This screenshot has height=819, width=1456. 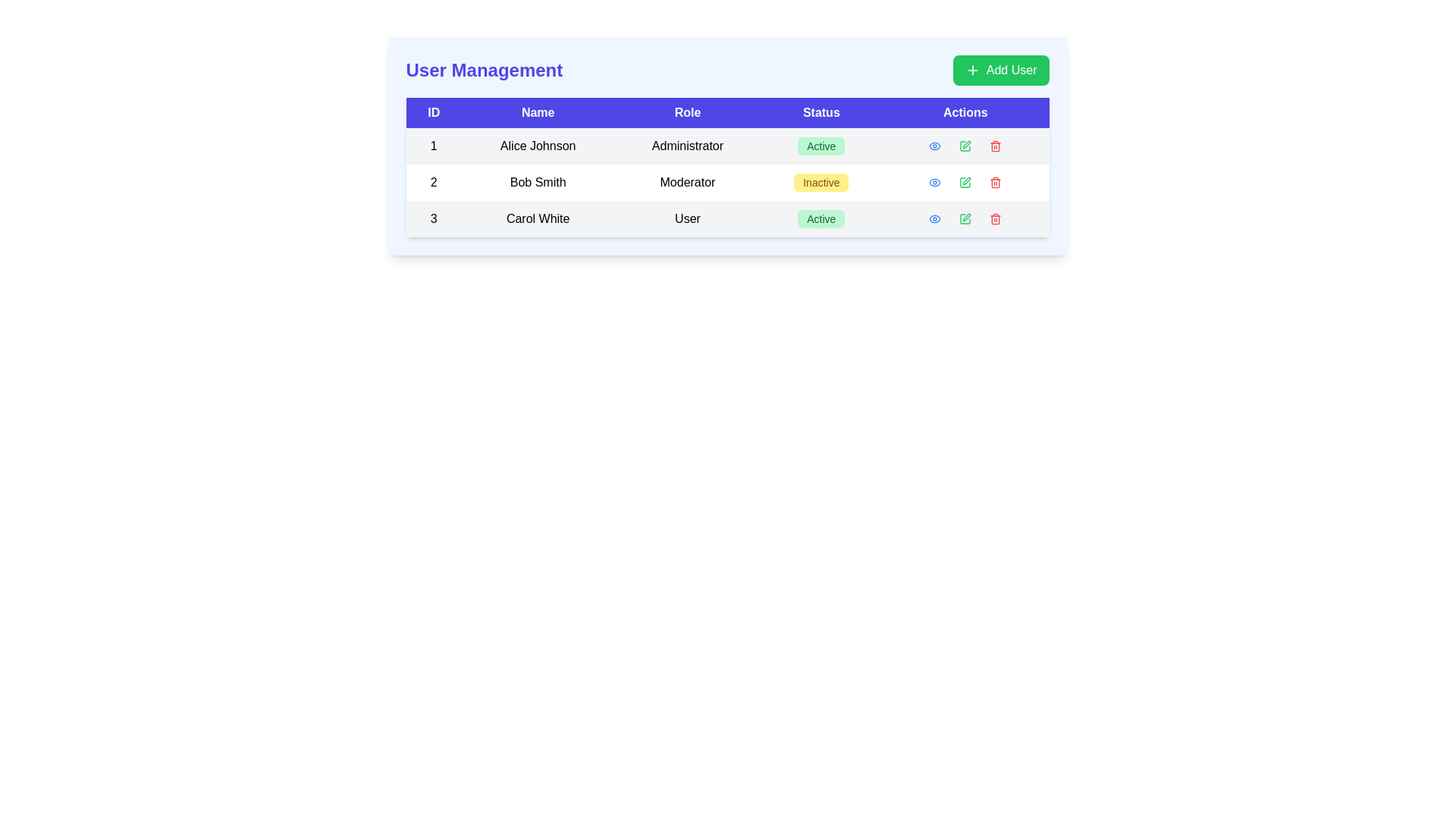 What do you see at coordinates (726, 219) in the screenshot?
I see `the third row of the user management table containing user ID '3', name 'Carol White', role 'User', and status 'Active'` at bounding box center [726, 219].